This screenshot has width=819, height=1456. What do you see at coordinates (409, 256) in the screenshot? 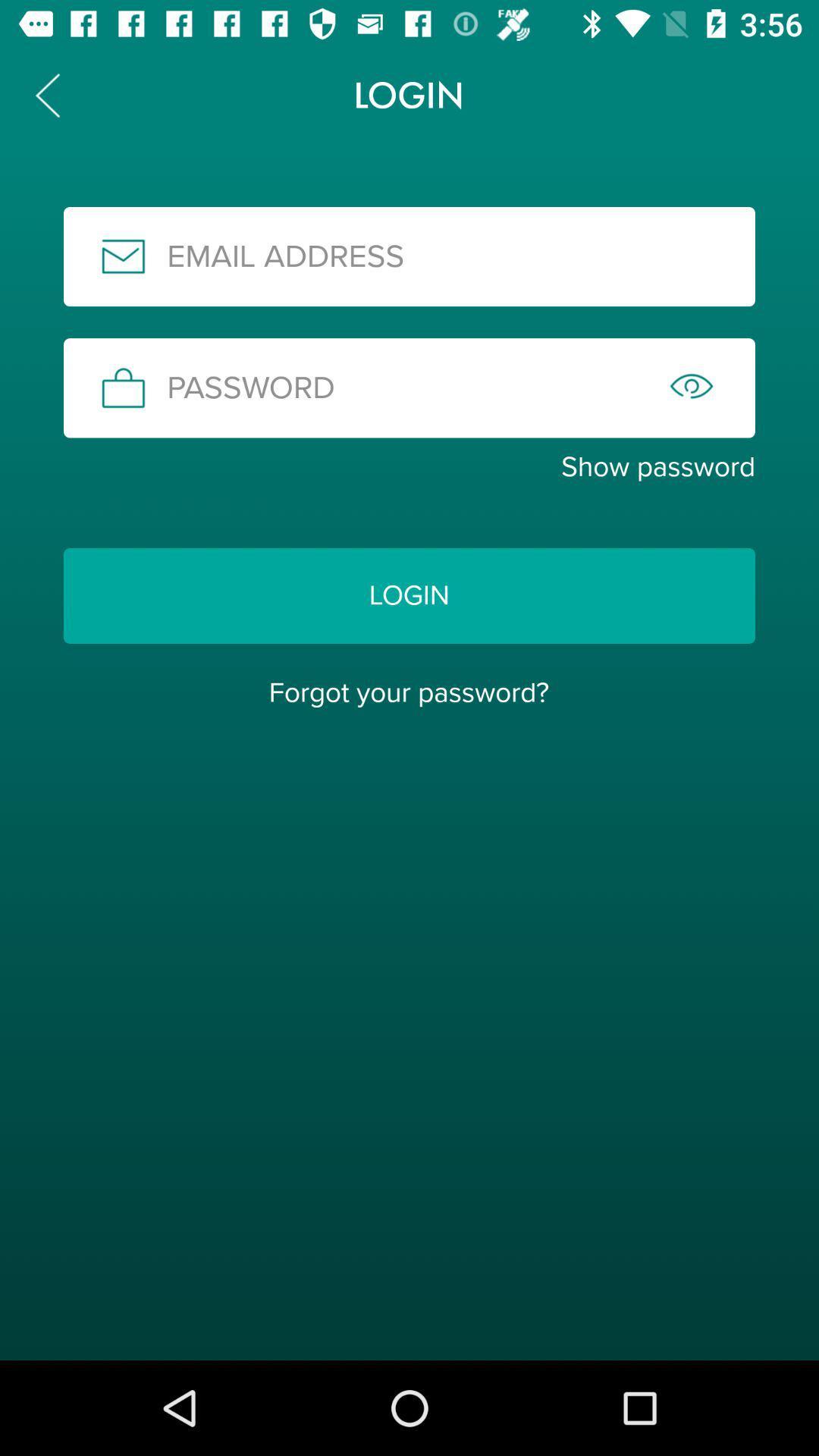
I see `email` at bounding box center [409, 256].